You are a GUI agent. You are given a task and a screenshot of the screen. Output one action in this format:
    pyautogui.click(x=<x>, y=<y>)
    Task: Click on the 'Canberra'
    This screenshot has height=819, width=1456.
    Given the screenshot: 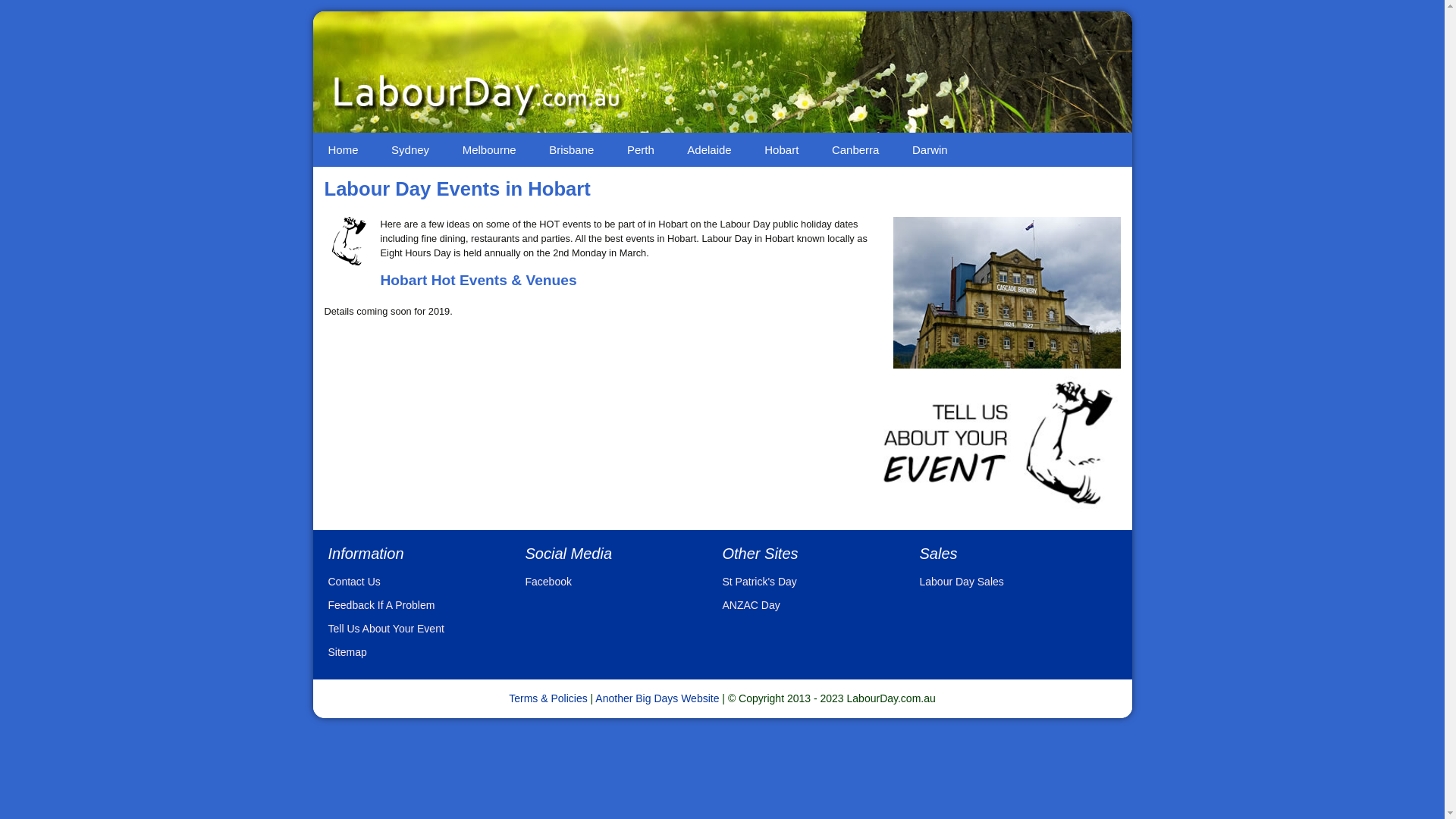 What is the action you would take?
    pyautogui.click(x=855, y=149)
    